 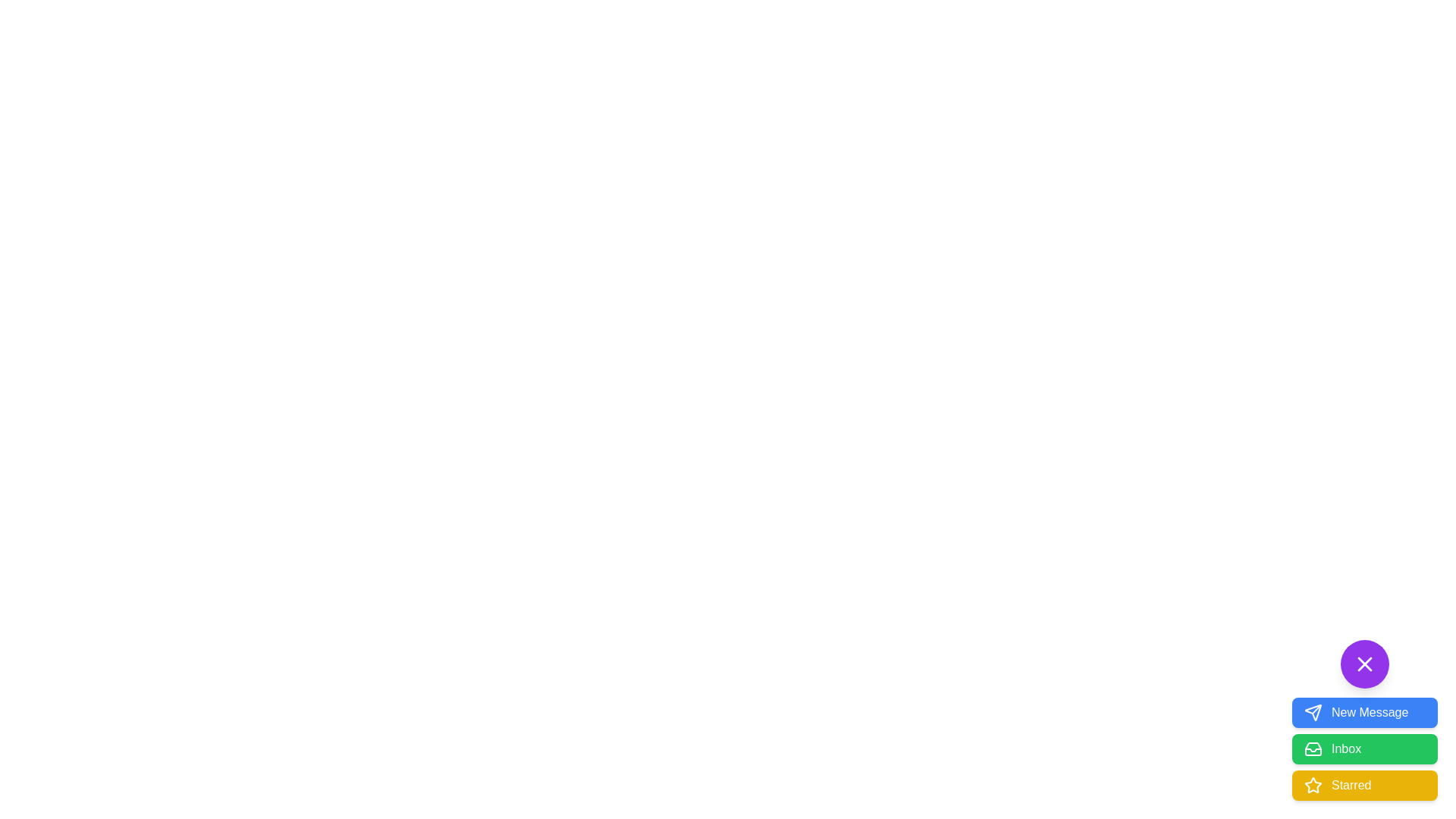 I want to click on the 'New Message' text label button, which is styled with white text on a blue background and located in the lower-right corner of the interface, so click(x=1370, y=713).